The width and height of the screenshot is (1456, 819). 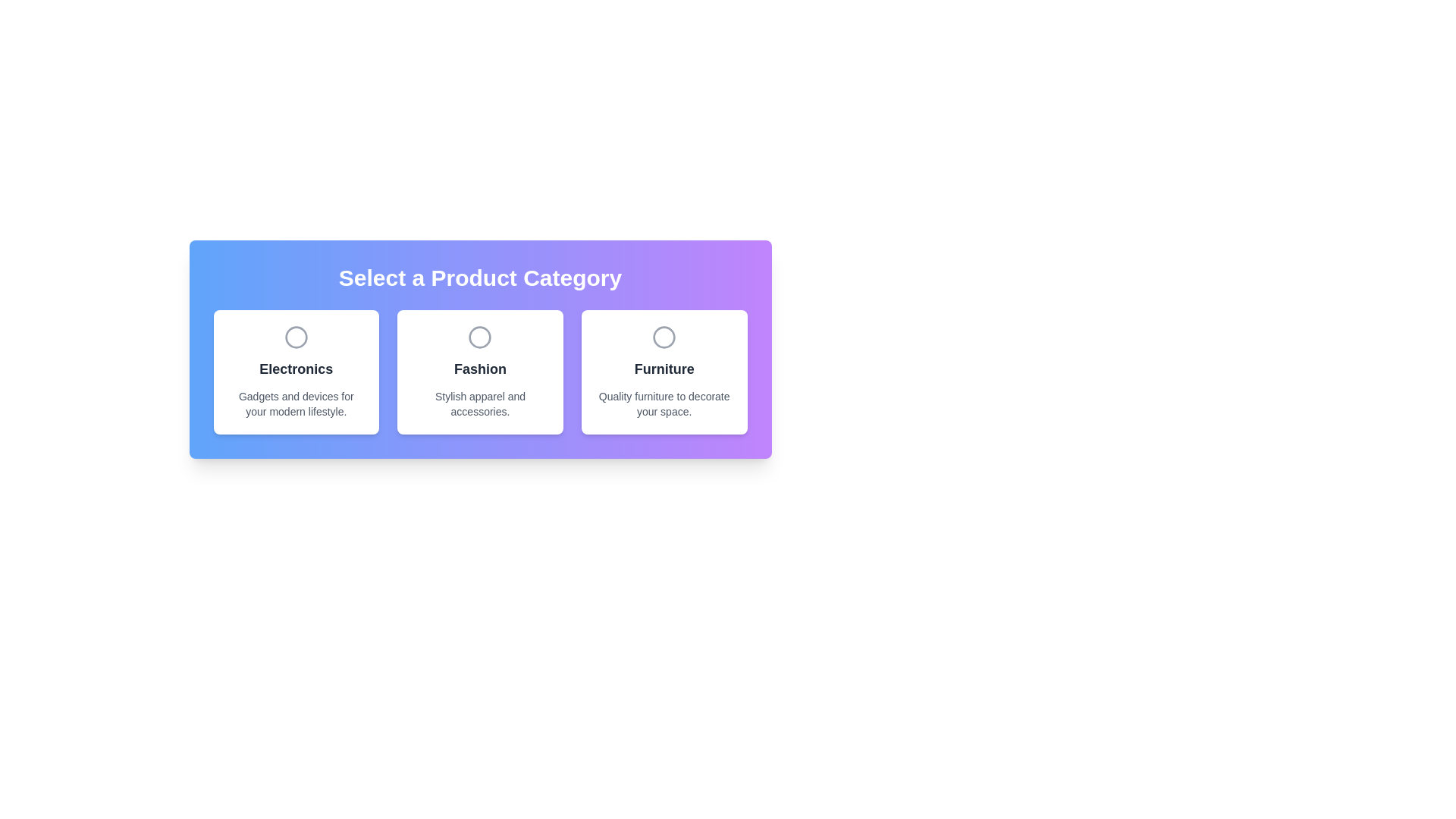 What do you see at coordinates (296, 336) in the screenshot?
I see `the gray circular icon with a thin outline located at the top center of the 'Electronics' card, positioned under the title 'Select a Product Category'` at bounding box center [296, 336].